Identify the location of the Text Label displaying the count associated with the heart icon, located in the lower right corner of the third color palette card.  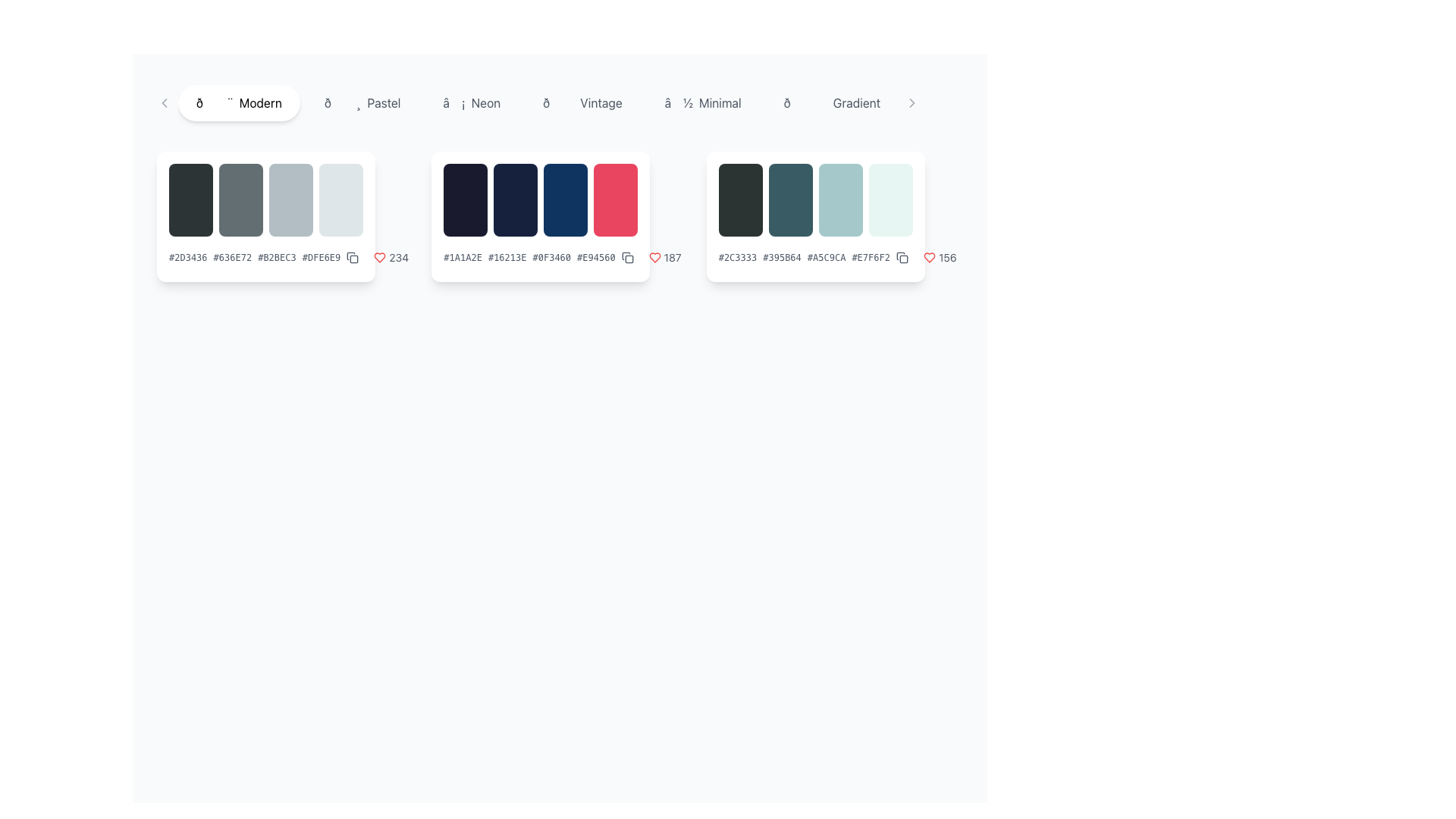
(922, 256).